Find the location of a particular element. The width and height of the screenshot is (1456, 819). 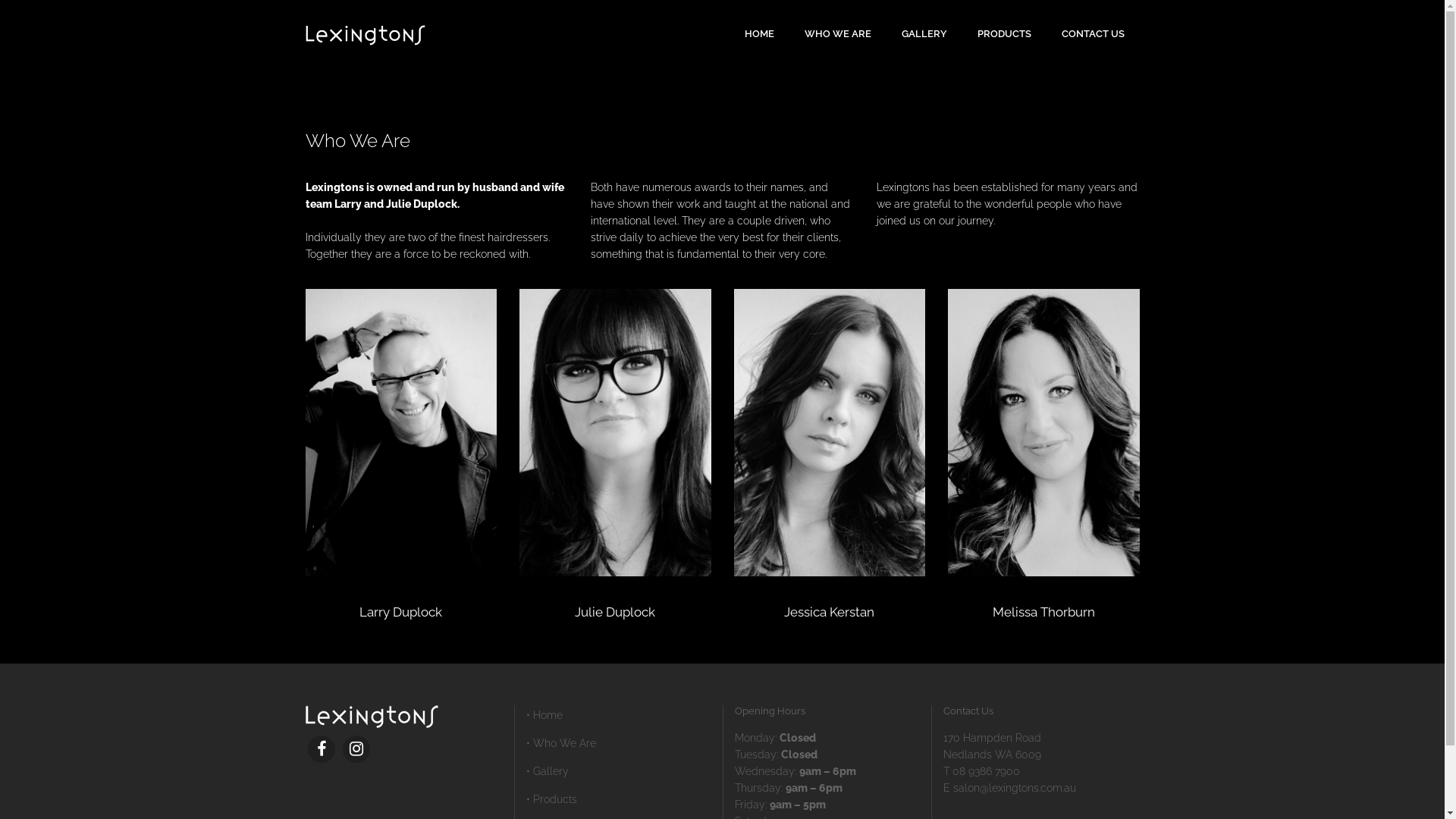

'julie' is located at coordinates (615, 432).